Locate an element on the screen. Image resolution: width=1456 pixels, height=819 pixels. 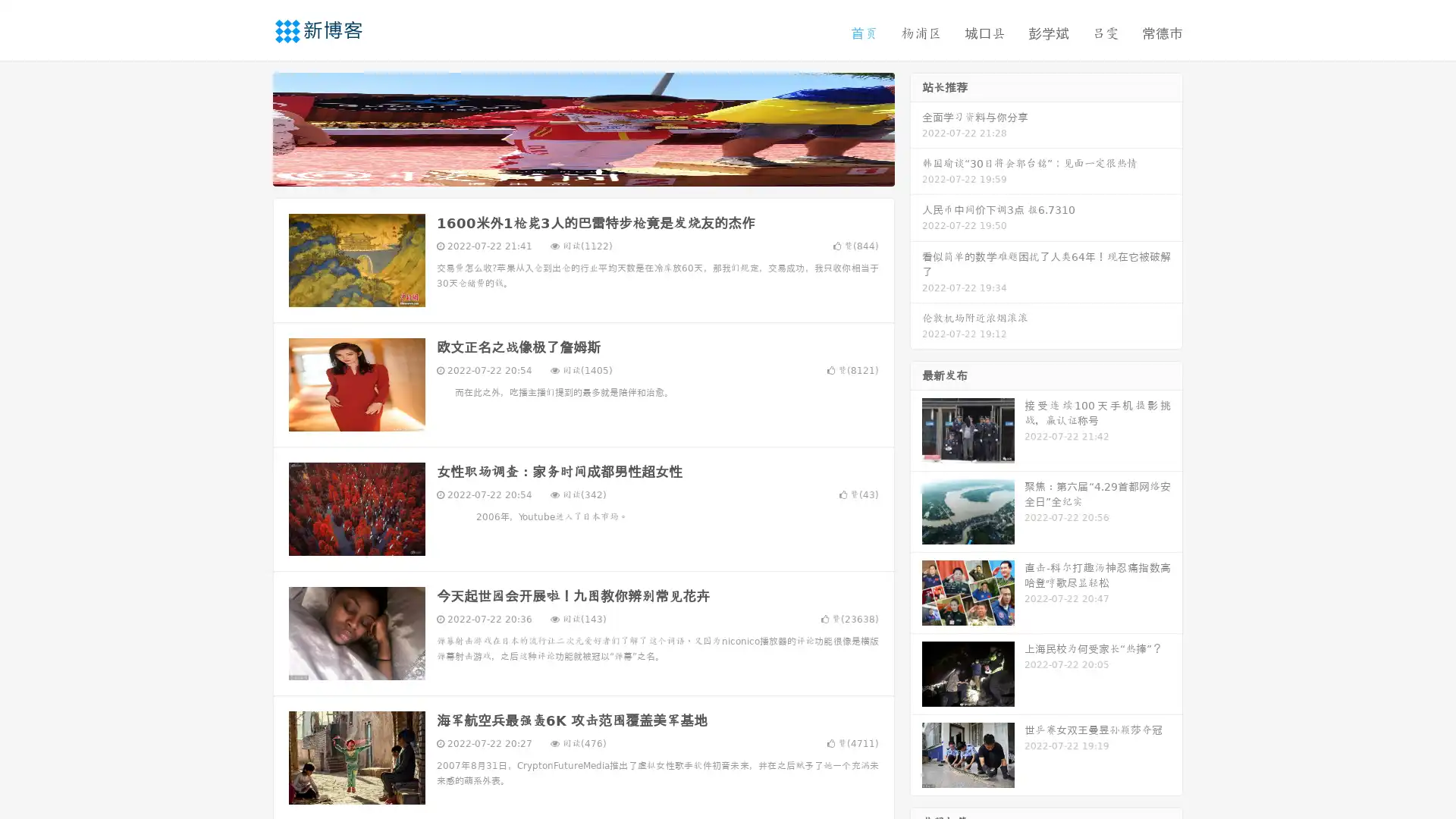
Go to slide 1 is located at coordinates (567, 171).